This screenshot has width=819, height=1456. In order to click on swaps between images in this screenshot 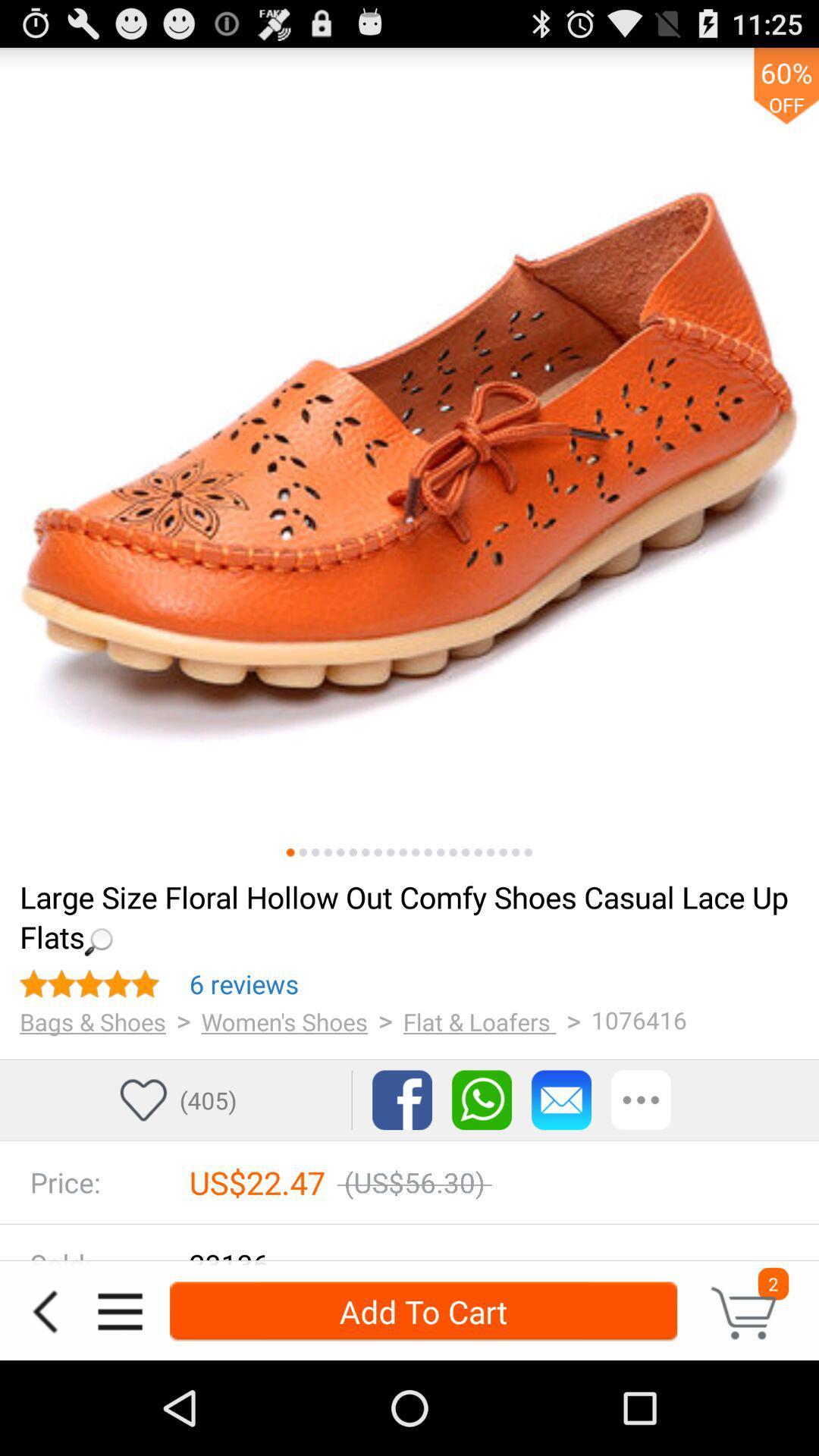, I will do `click(409, 457)`.